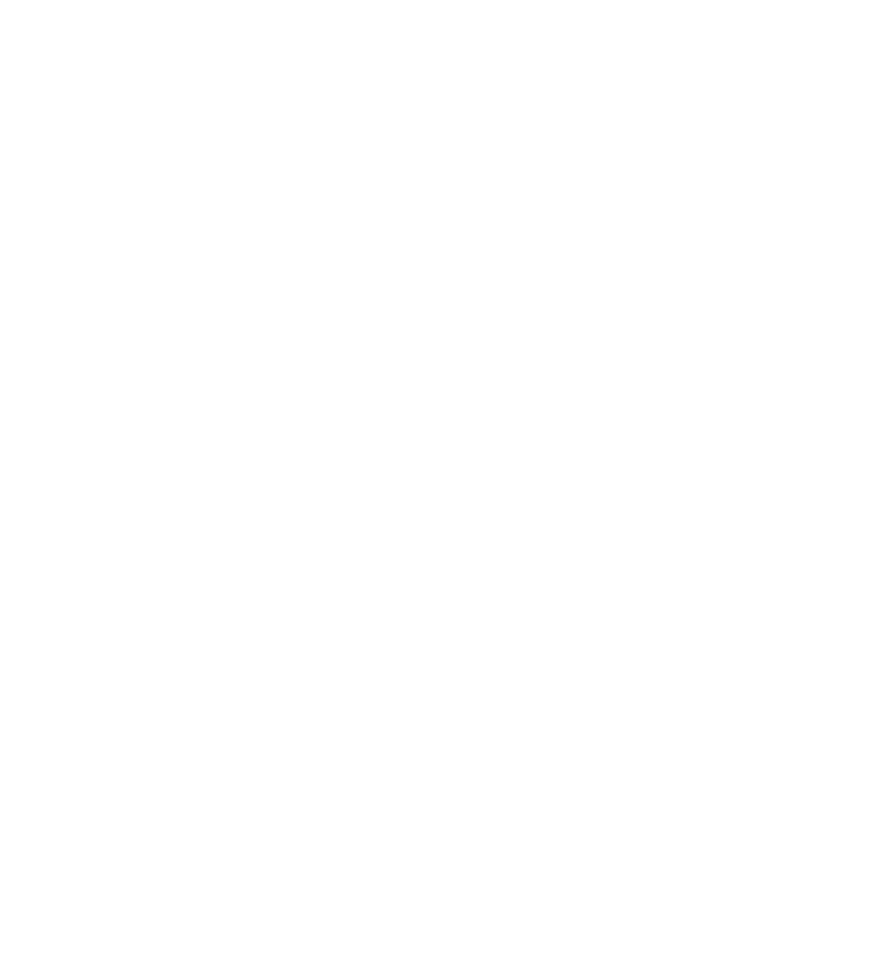 The height and width of the screenshot is (973, 870). I want to click on 'Tape It has launched Tape It Denoiser, a web-based, AI-powered free service that removes background noise.', so click(362, 95).